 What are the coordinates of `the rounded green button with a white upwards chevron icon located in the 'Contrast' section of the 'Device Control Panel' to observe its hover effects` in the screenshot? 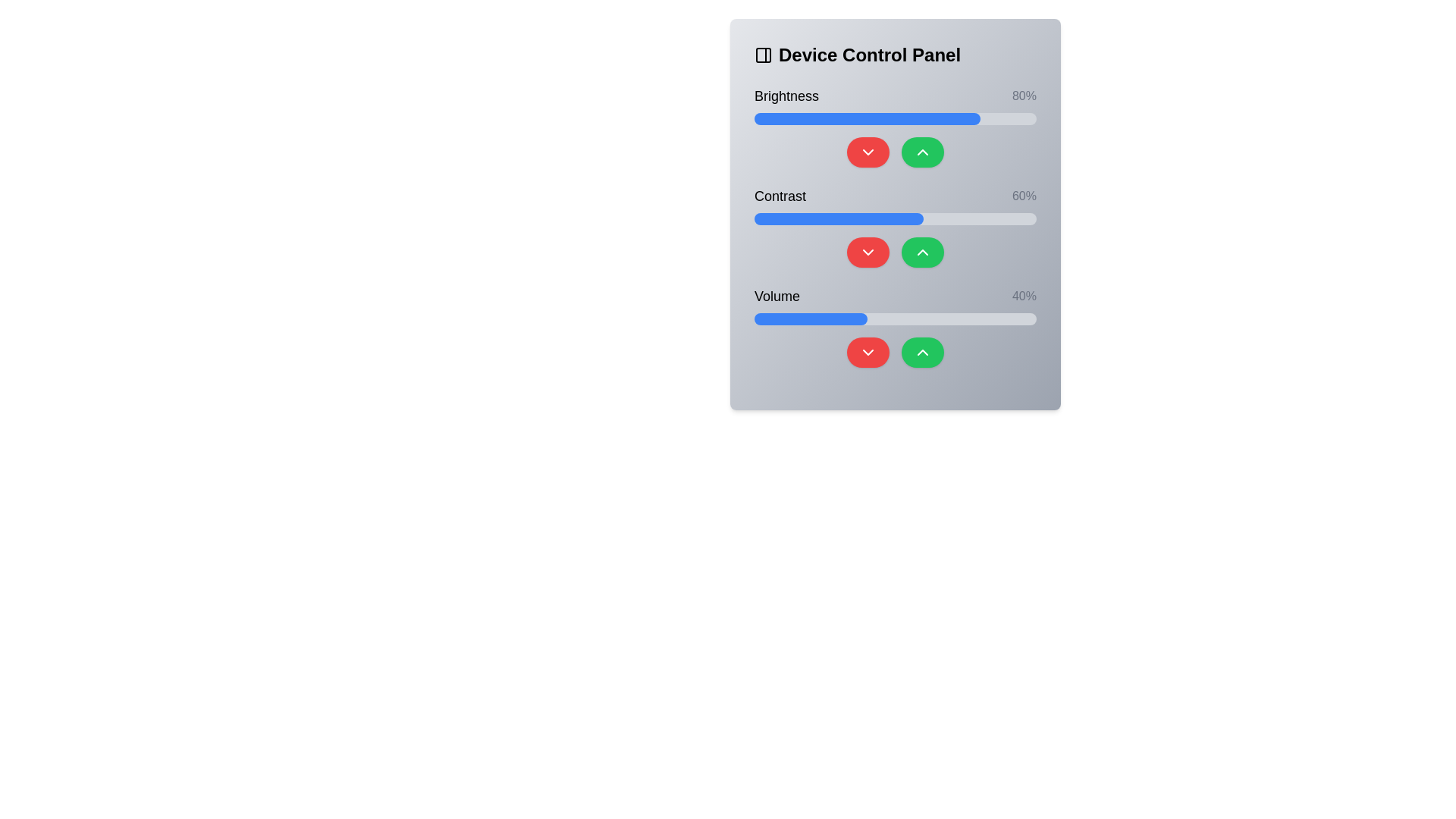 It's located at (922, 251).